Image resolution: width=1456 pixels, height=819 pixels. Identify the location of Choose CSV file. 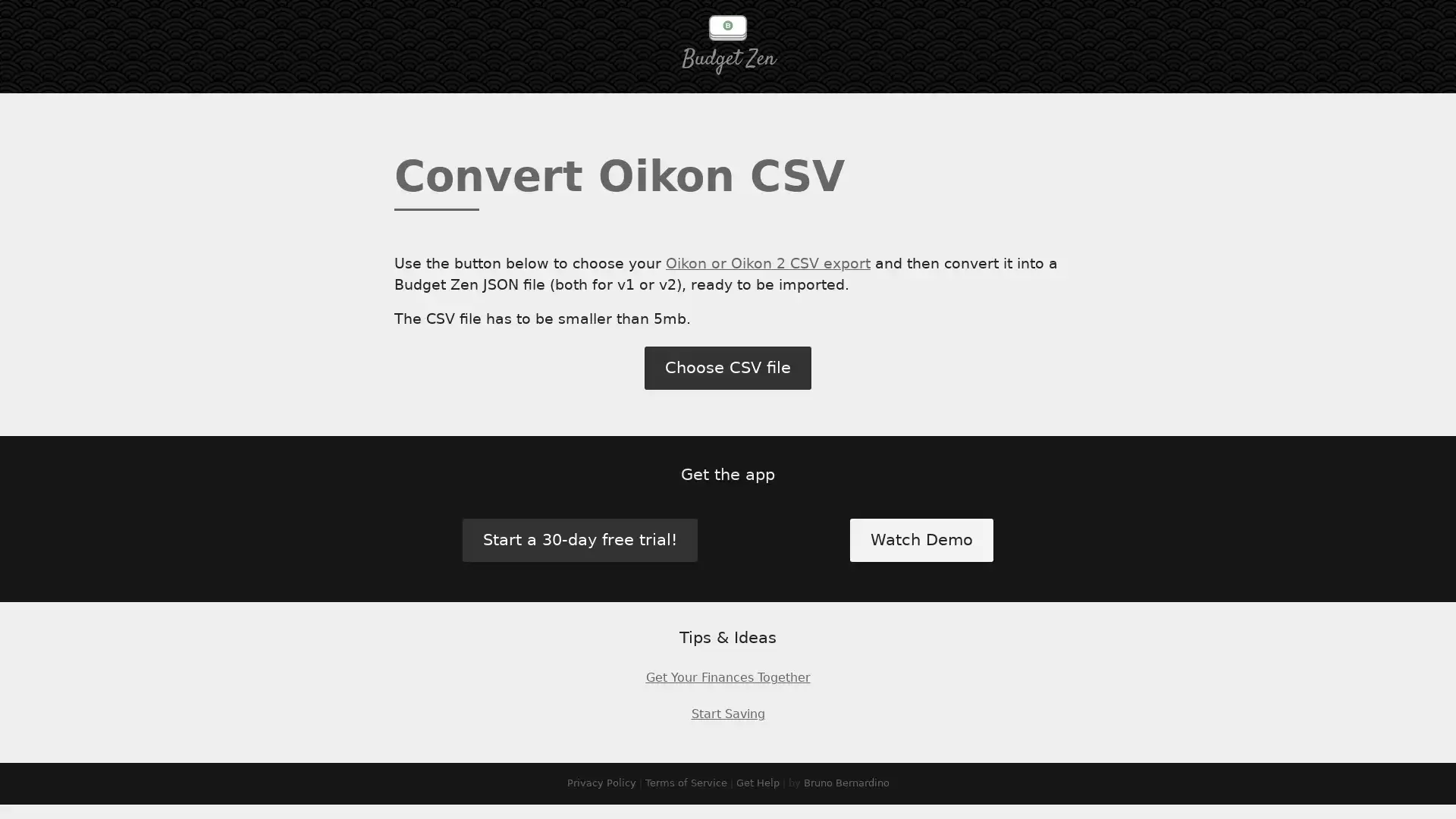
(728, 376).